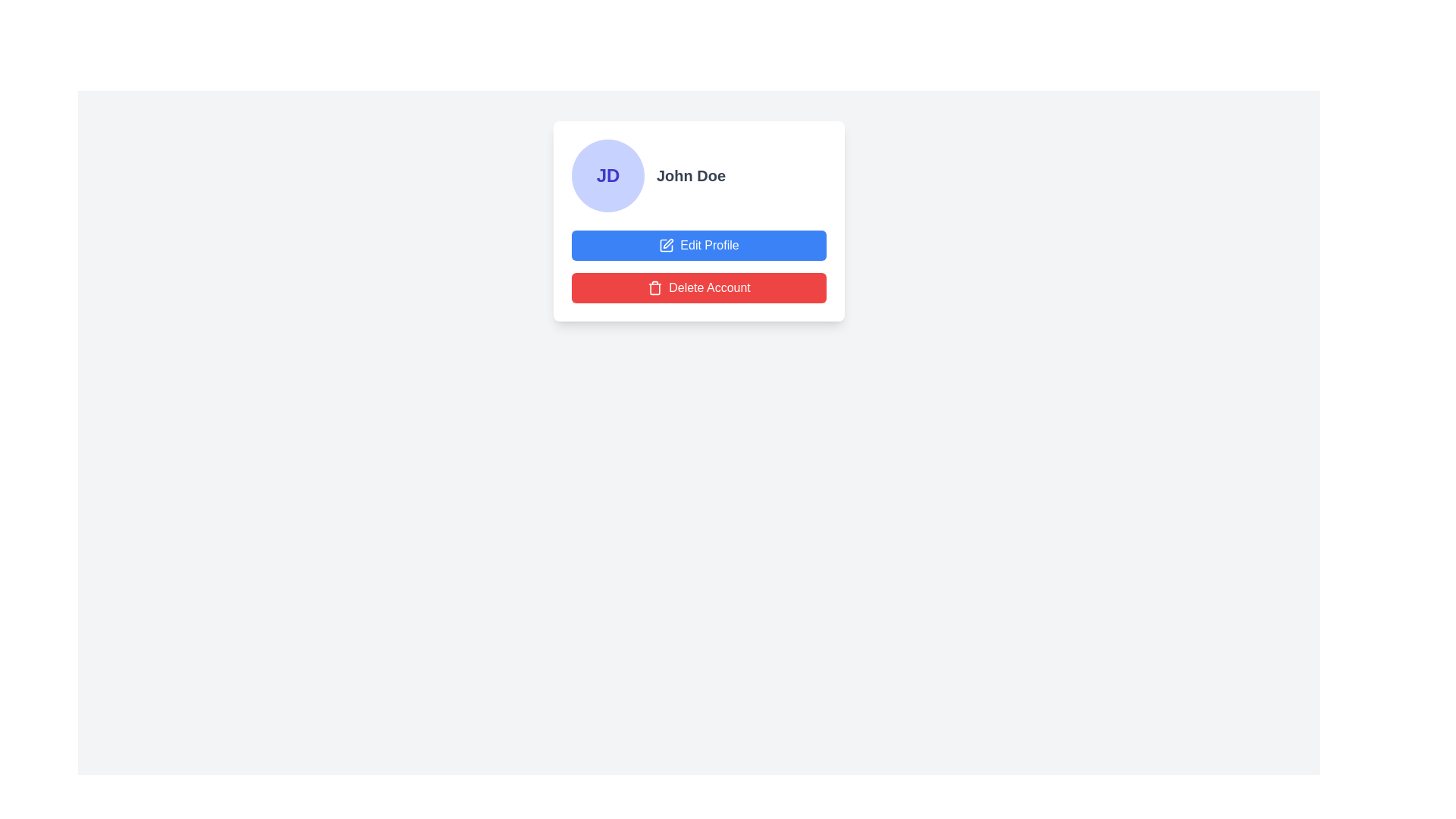 The image size is (1456, 819). I want to click on the editing icon located within the blue 'Edit Profile' button, so click(667, 245).